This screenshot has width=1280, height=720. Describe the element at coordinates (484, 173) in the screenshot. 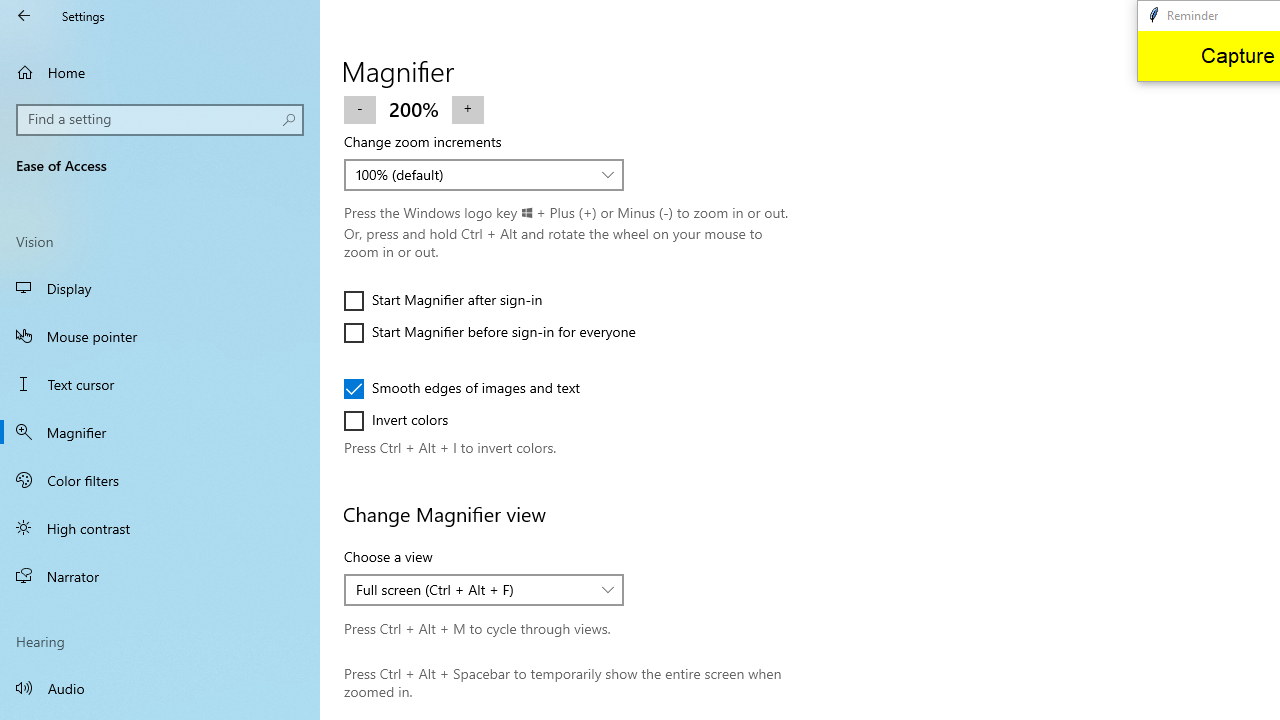

I see `'Change zoom increments'` at that location.